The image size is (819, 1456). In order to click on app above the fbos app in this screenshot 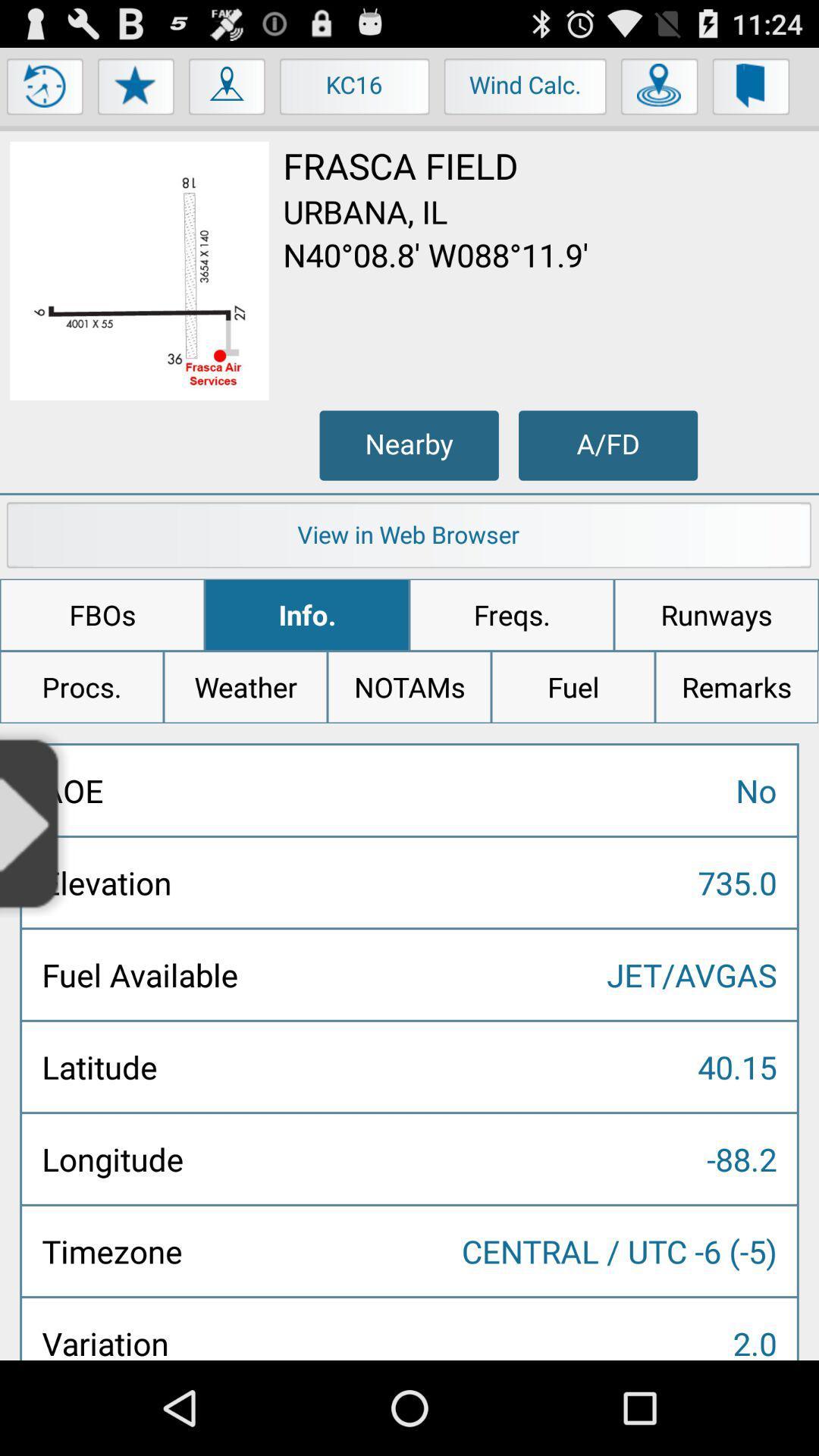, I will do `click(409, 538)`.